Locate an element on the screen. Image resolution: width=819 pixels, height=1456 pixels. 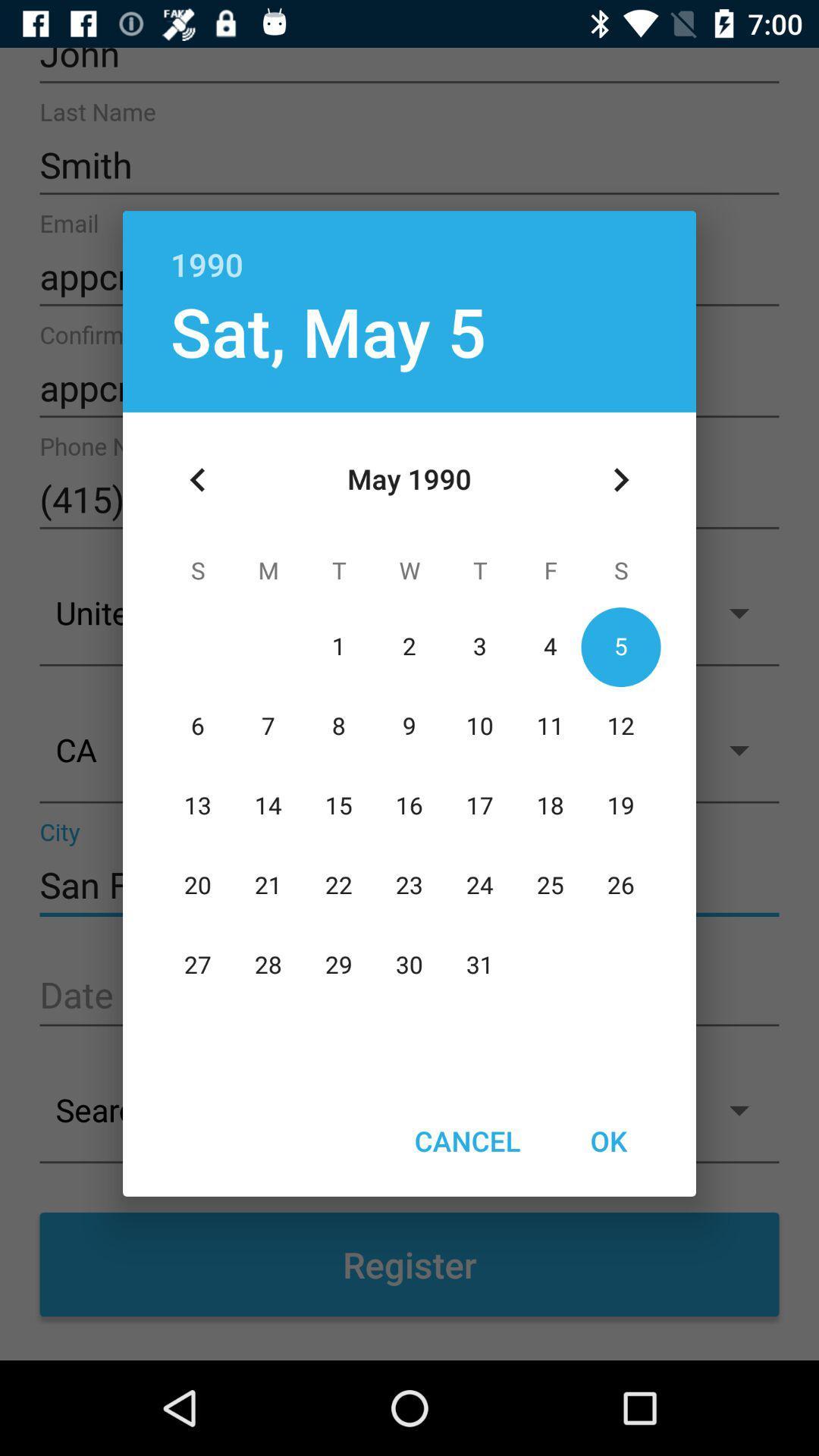
item below the sat, may 5 is located at coordinates (197, 479).